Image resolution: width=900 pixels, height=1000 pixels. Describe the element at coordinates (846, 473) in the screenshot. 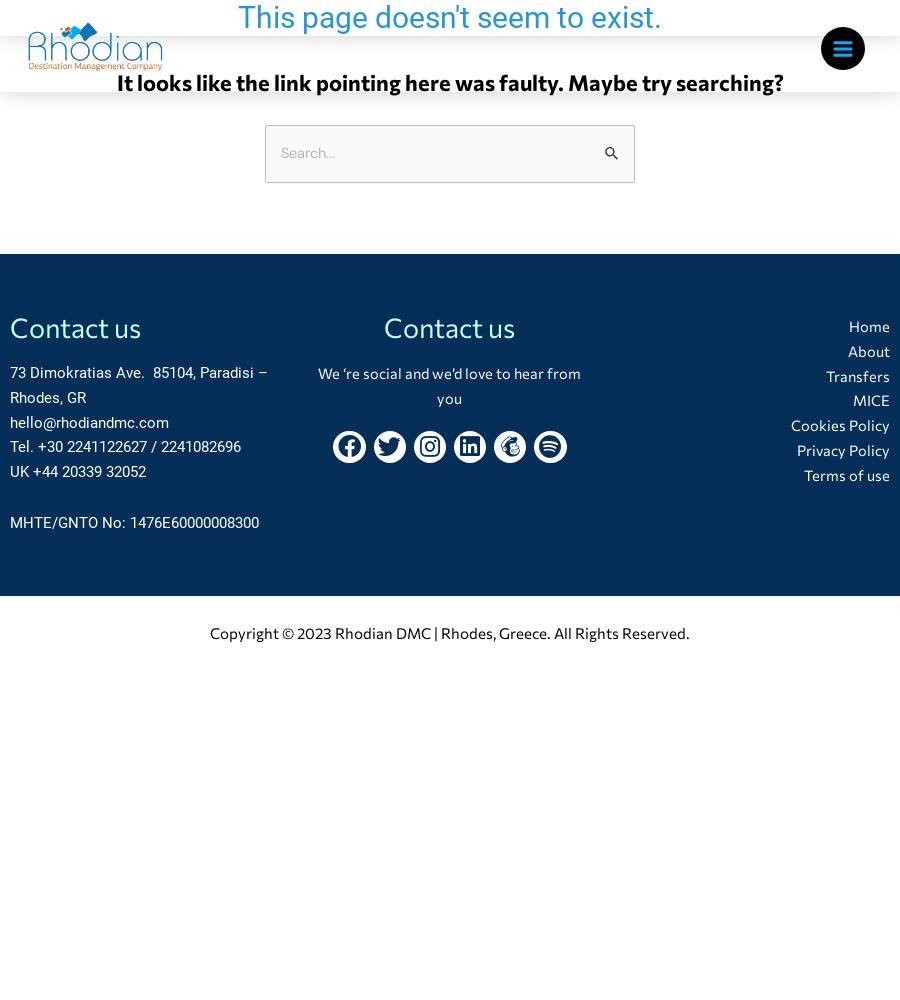

I see `'Terms of  use'` at that location.